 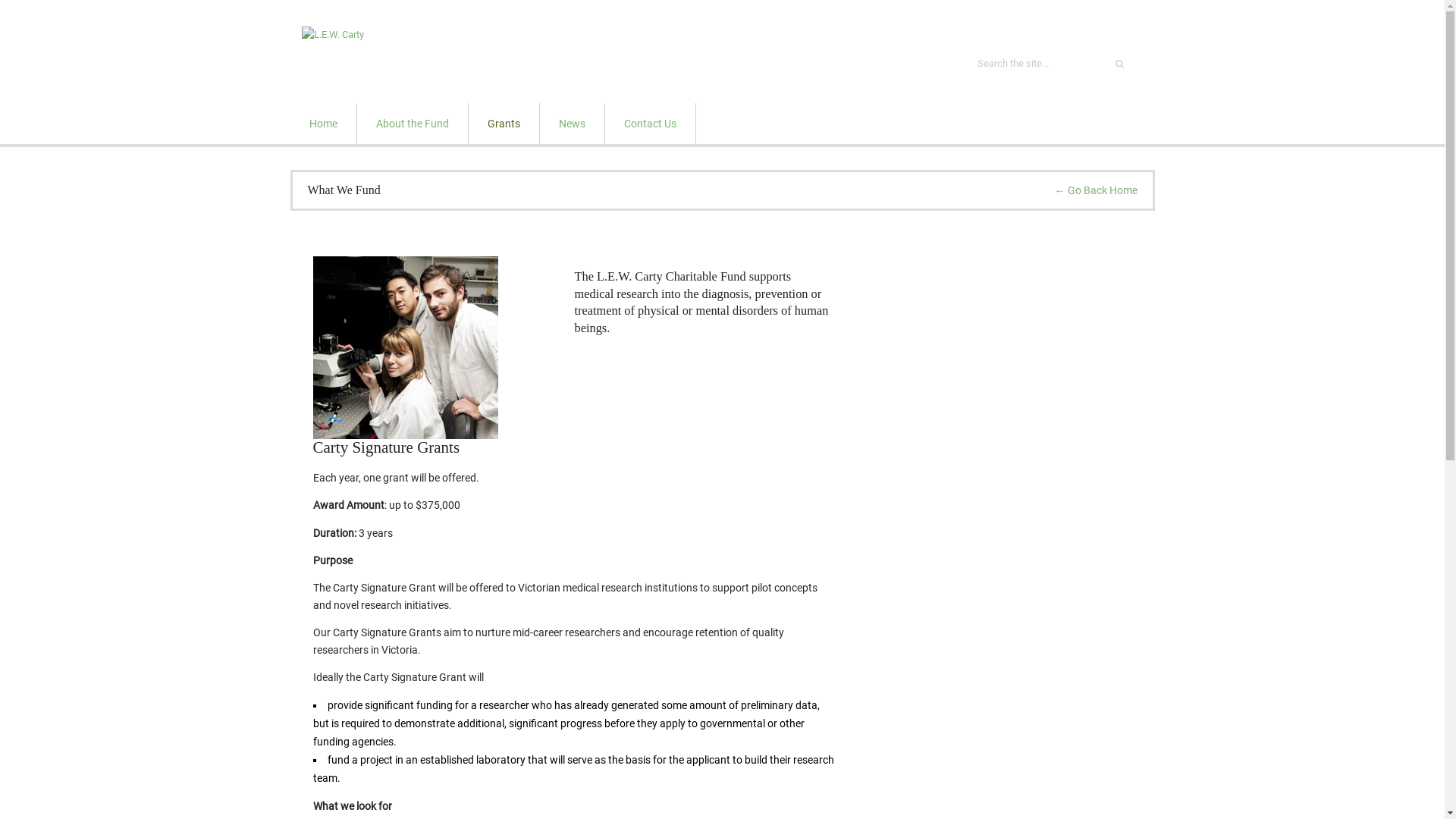 What do you see at coordinates (412, 122) in the screenshot?
I see `'About the Fund'` at bounding box center [412, 122].